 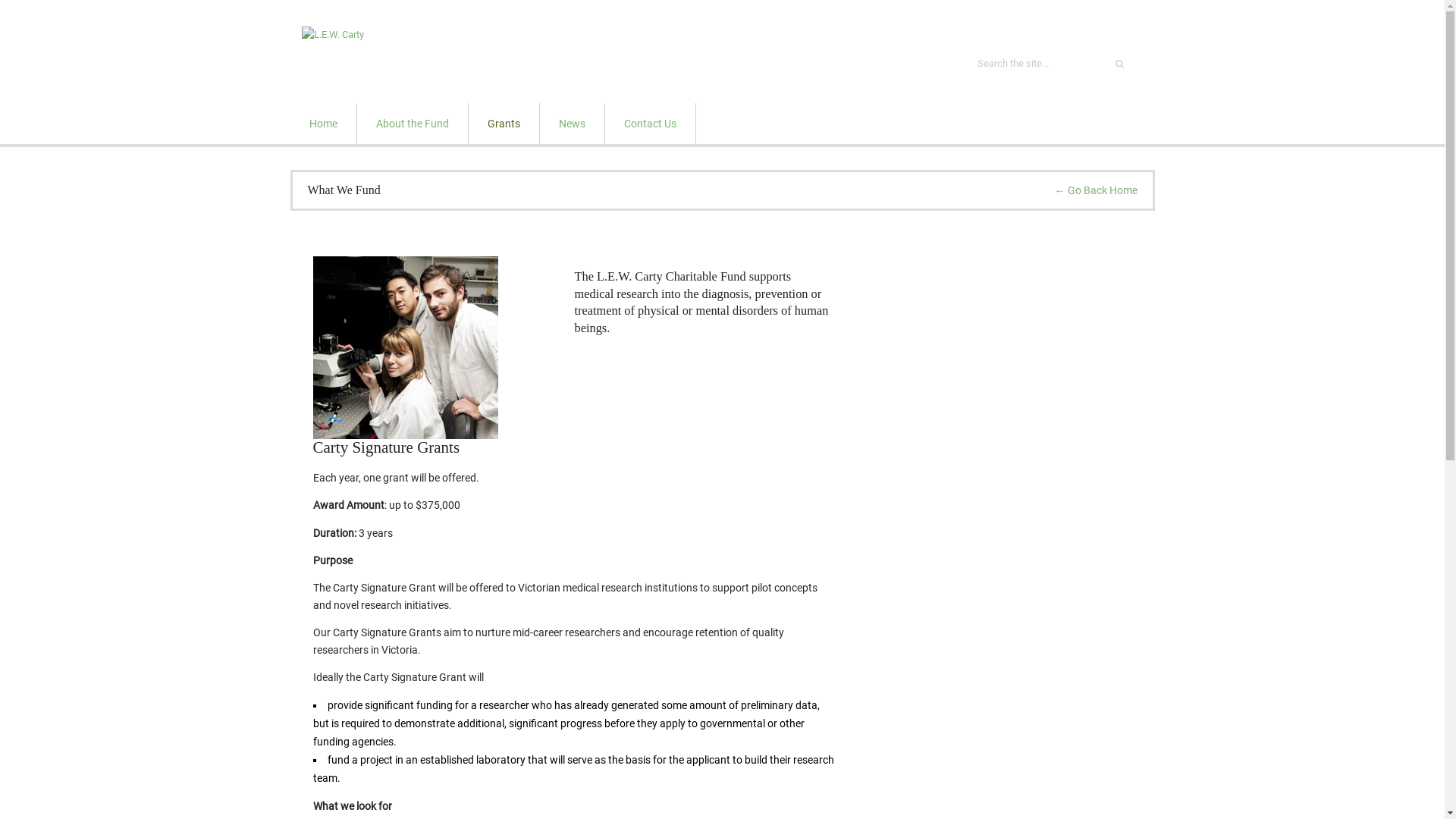 What do you see at coordinates (412, 122) in the screenshot?
I see `'About the Fund'` at bounding box center [412, 122].